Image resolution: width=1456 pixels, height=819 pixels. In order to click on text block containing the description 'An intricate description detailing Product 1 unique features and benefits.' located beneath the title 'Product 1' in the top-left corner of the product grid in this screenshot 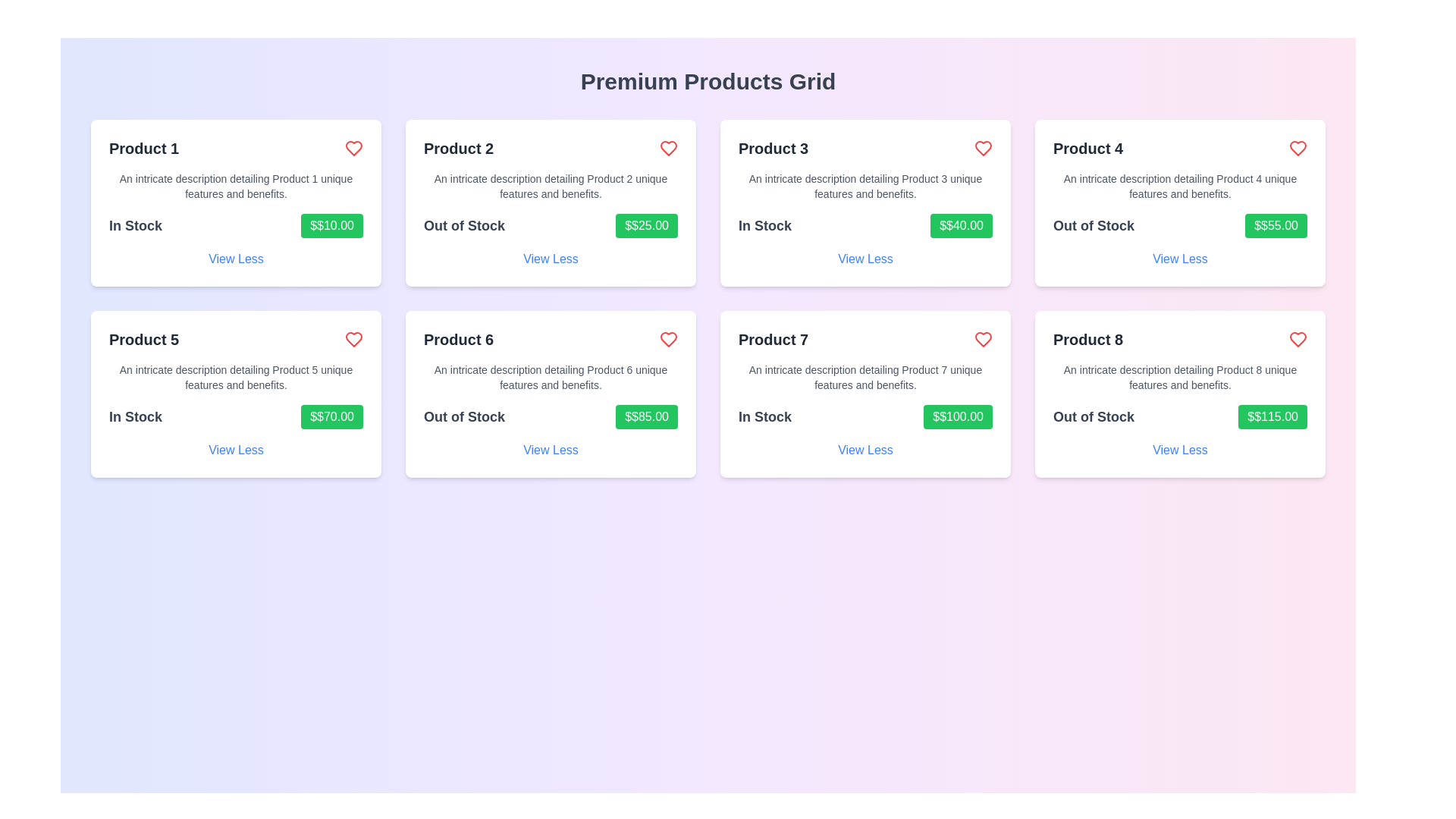, I will do `click(235, 186)`.